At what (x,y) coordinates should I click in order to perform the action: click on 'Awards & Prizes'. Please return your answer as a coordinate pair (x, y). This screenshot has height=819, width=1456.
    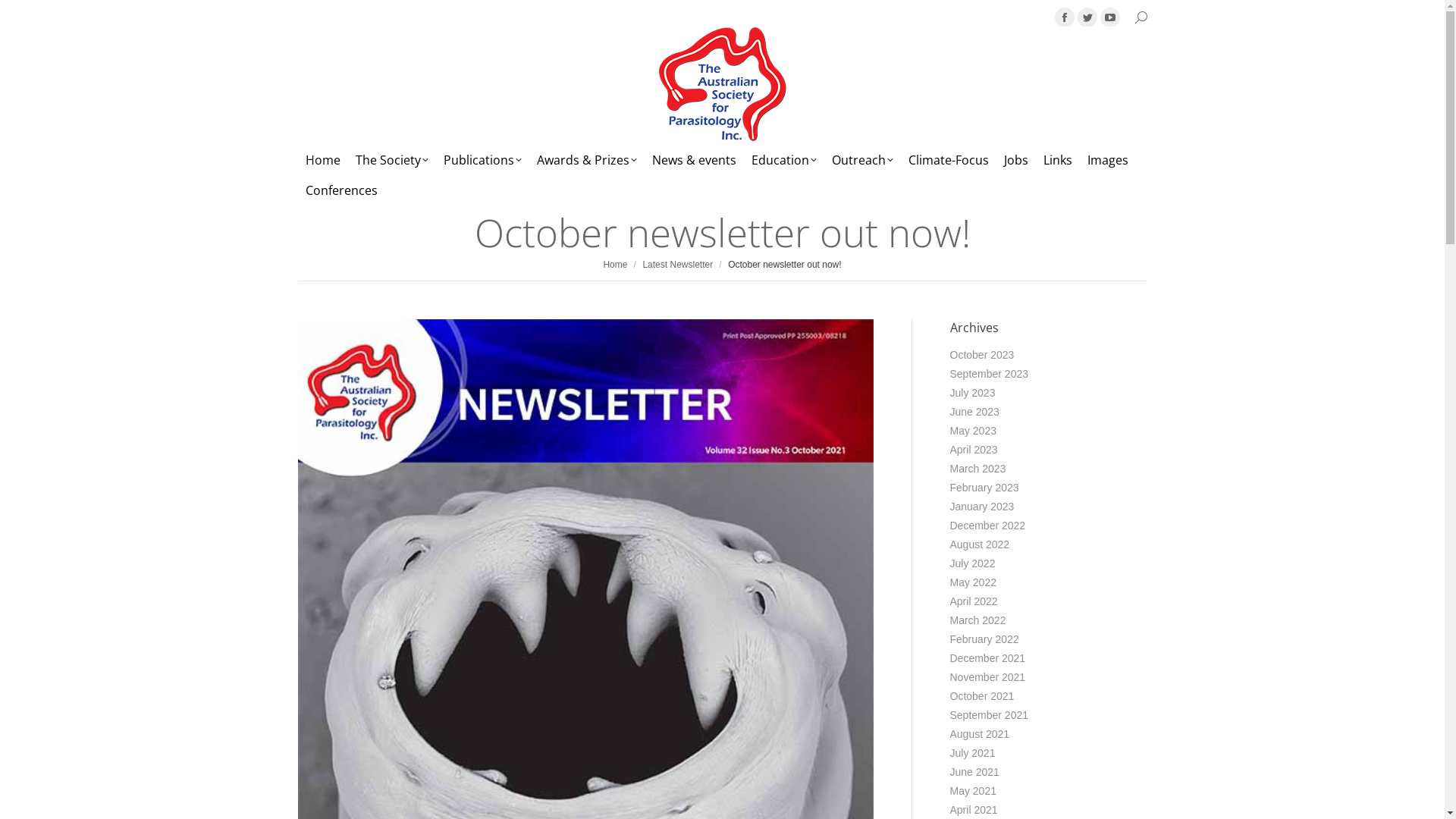
    Looking at the image, I should click on (585, 160).